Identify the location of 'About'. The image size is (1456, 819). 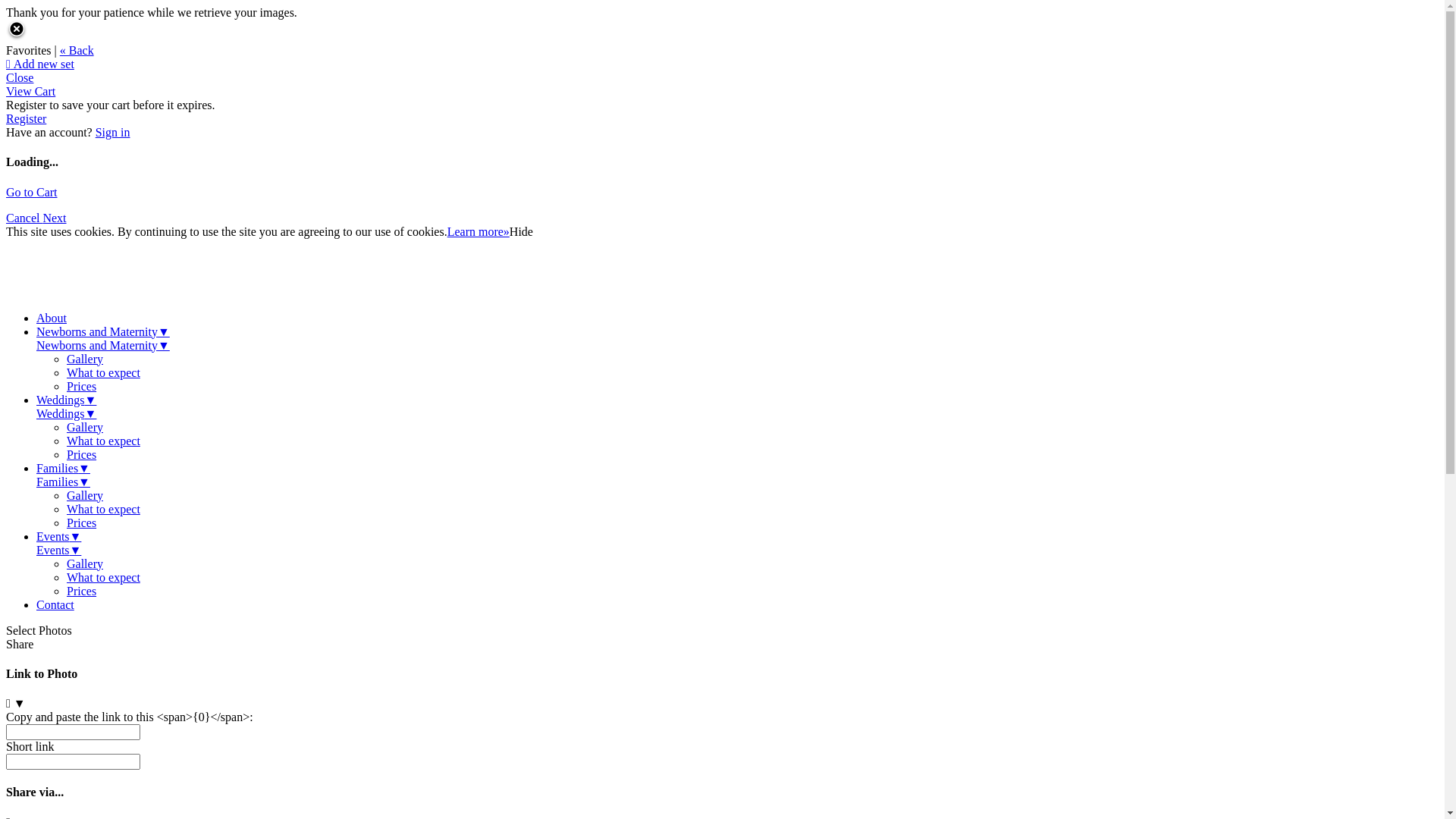
(36, 317).